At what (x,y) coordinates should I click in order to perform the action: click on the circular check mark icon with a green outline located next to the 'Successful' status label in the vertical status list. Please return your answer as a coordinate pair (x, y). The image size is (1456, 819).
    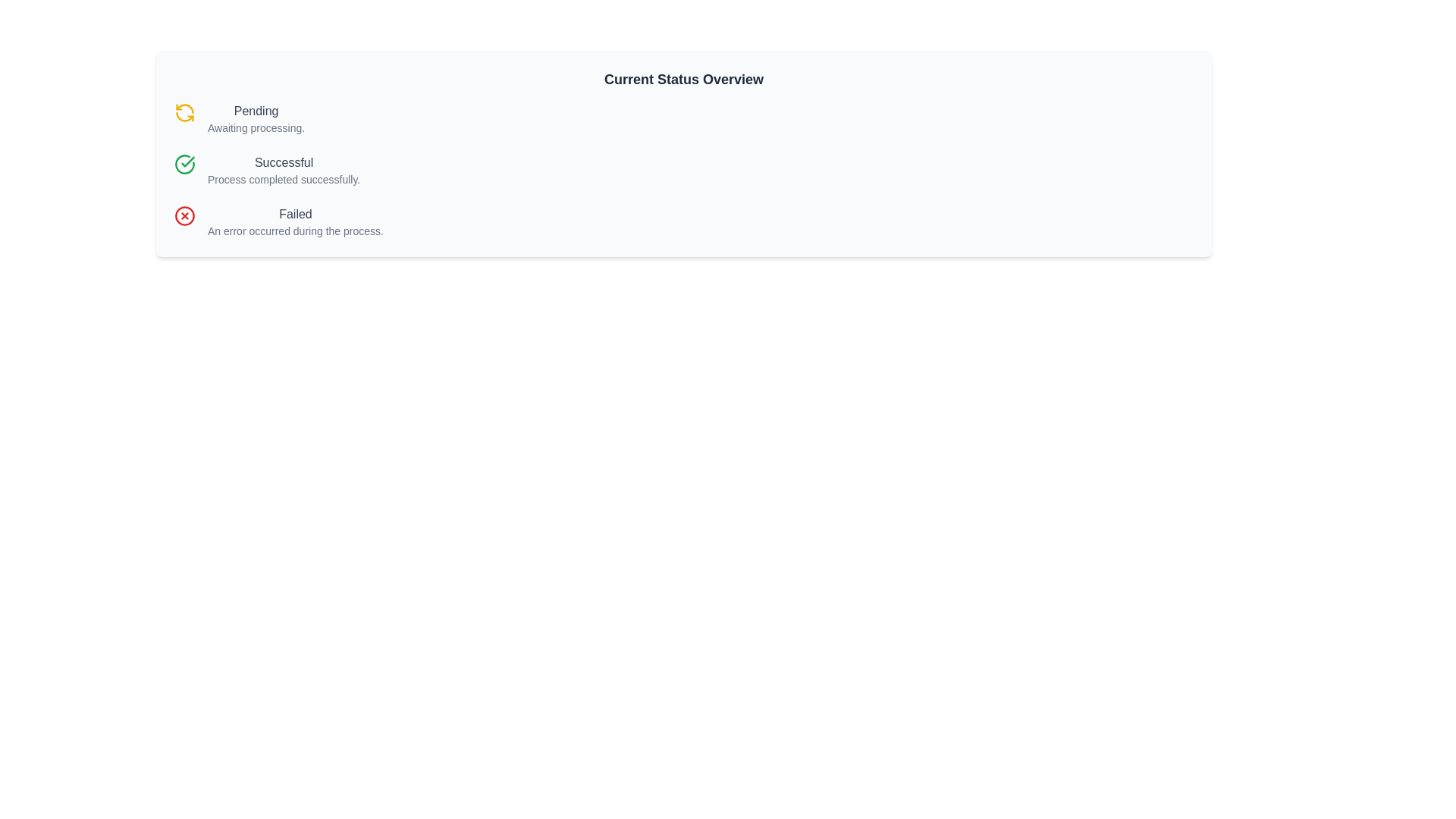
    Looking at the image, I should click on (184, 164).